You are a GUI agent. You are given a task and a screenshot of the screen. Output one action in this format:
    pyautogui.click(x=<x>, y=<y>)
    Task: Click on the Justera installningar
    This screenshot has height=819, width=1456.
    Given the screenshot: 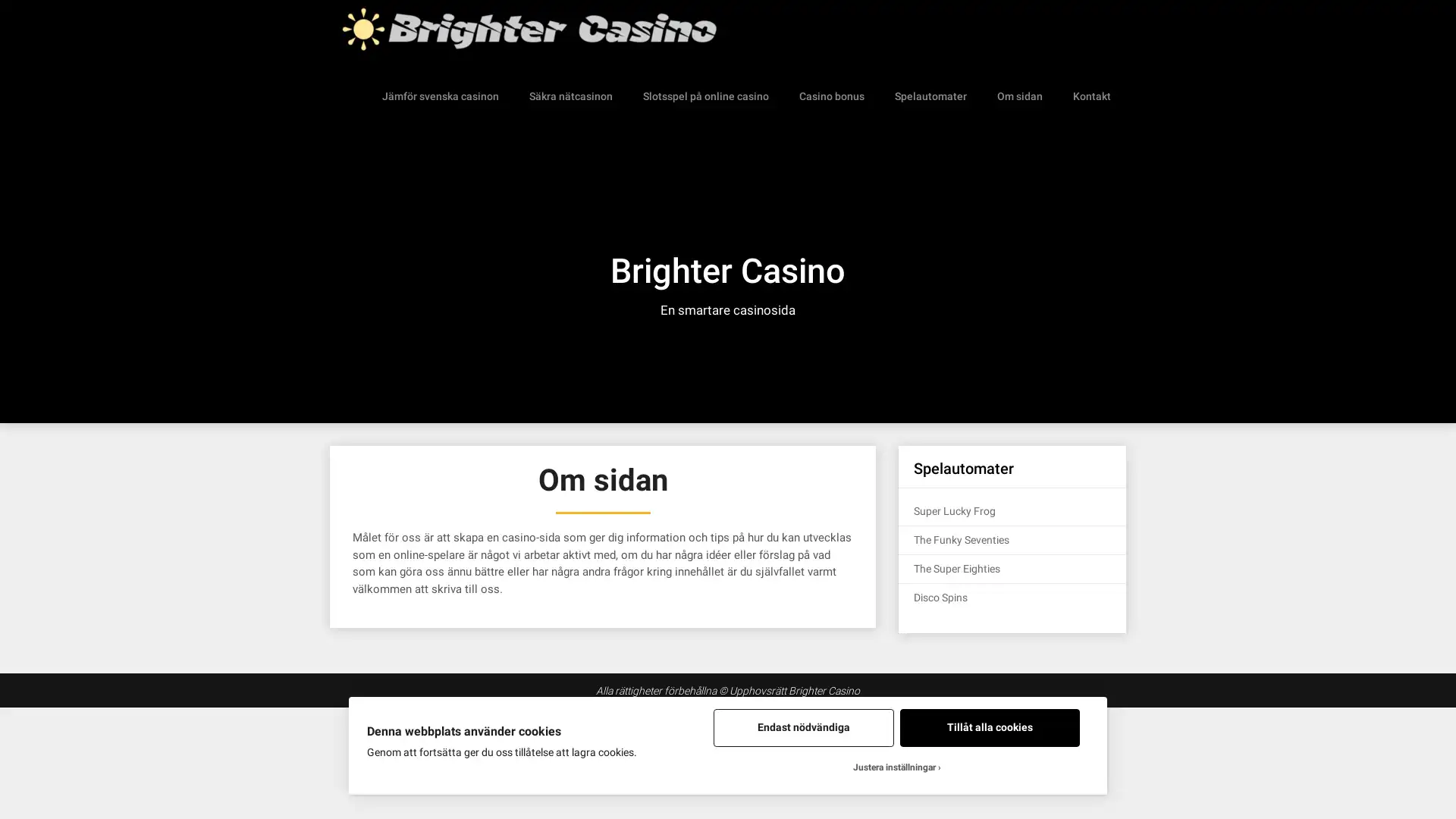 What is the action you would take?
    pyautogui.click(x=896, y=767)
    